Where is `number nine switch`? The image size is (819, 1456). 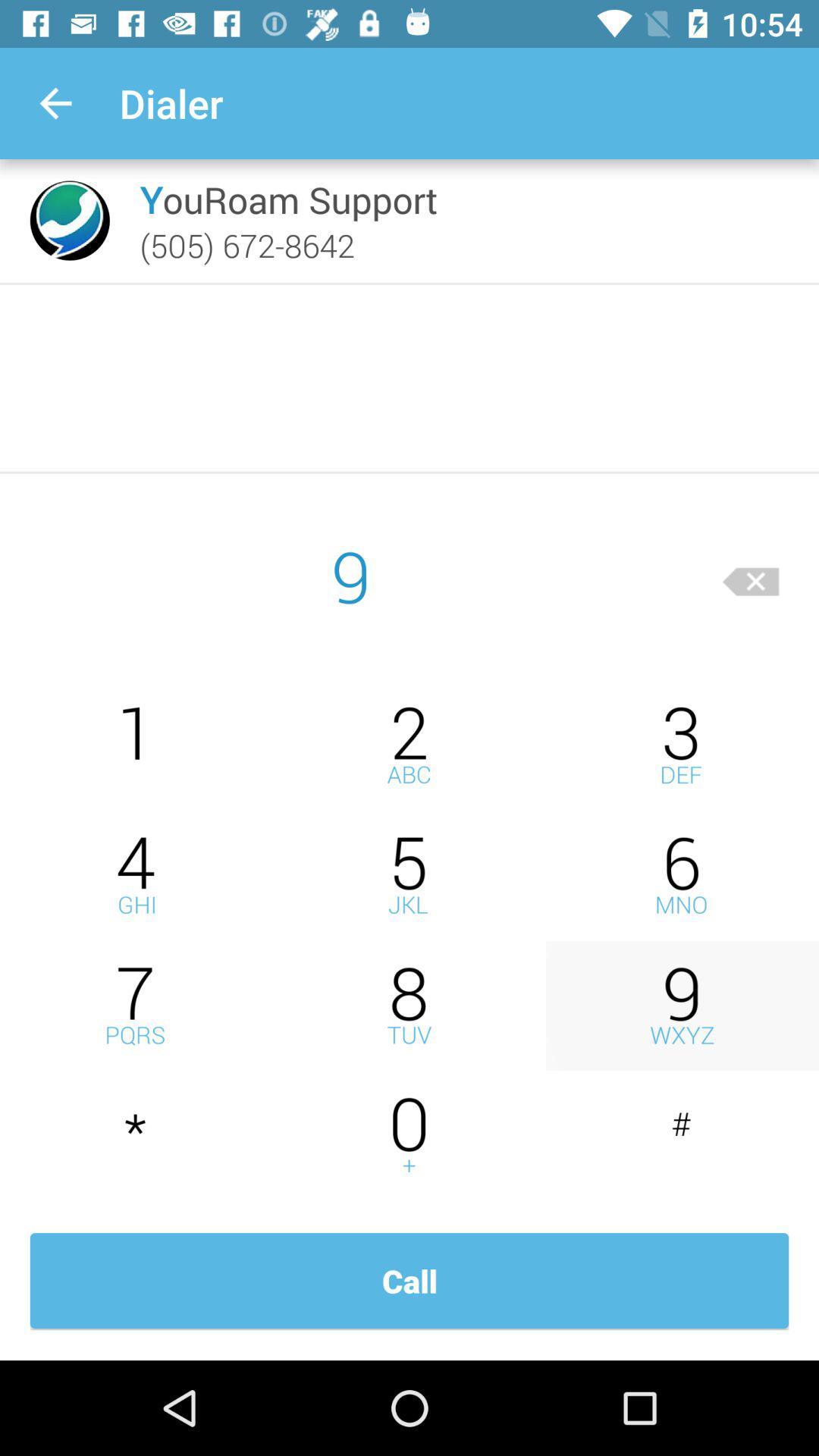
number nine switch is located at coordinates (681, 1006).